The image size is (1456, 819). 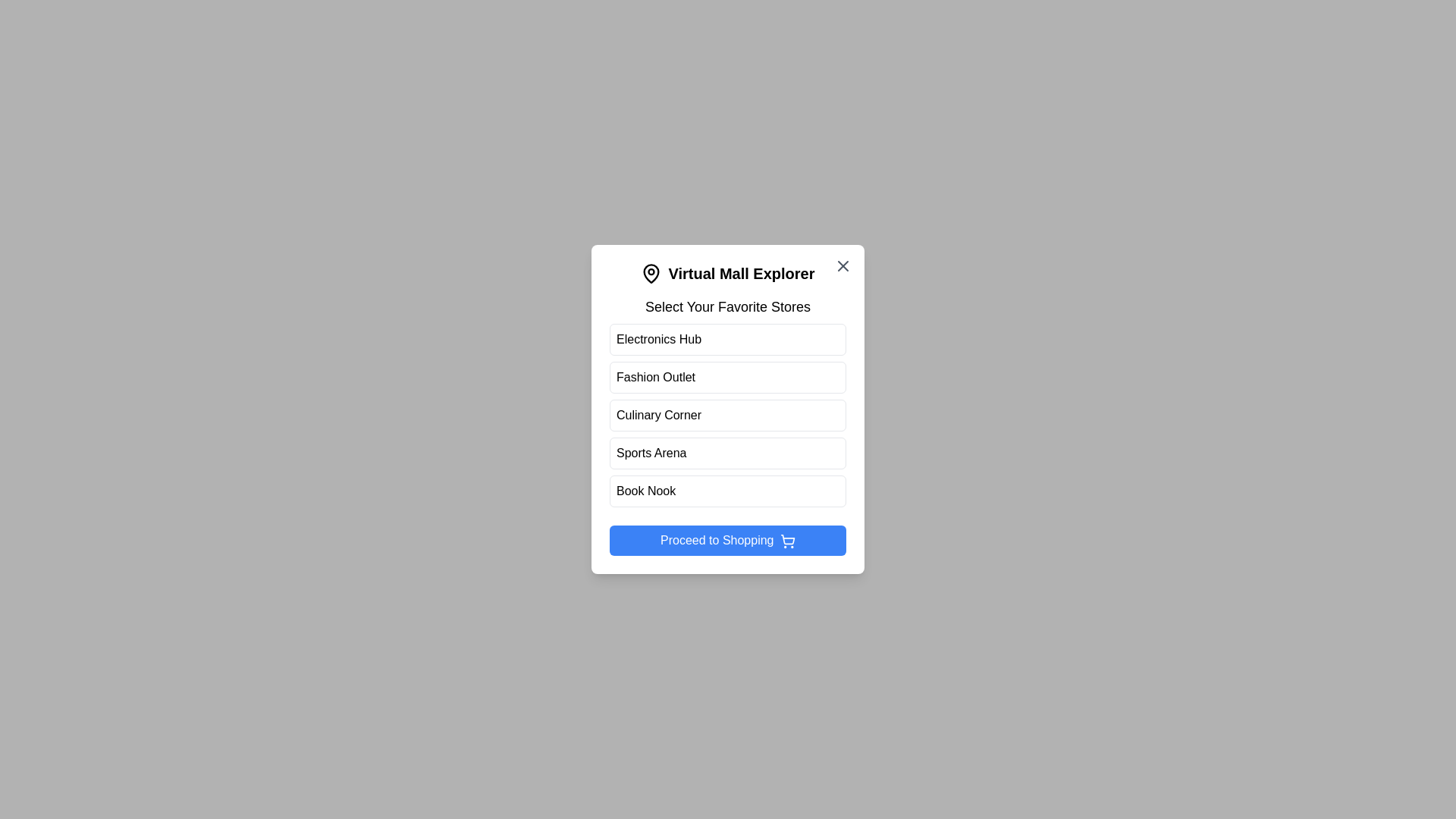 What do you see at coordinates (645, 491) in the screenshot?
I see `the 'Book Nook' store text label, which is the fifth item` at bounding box center [645, 491].